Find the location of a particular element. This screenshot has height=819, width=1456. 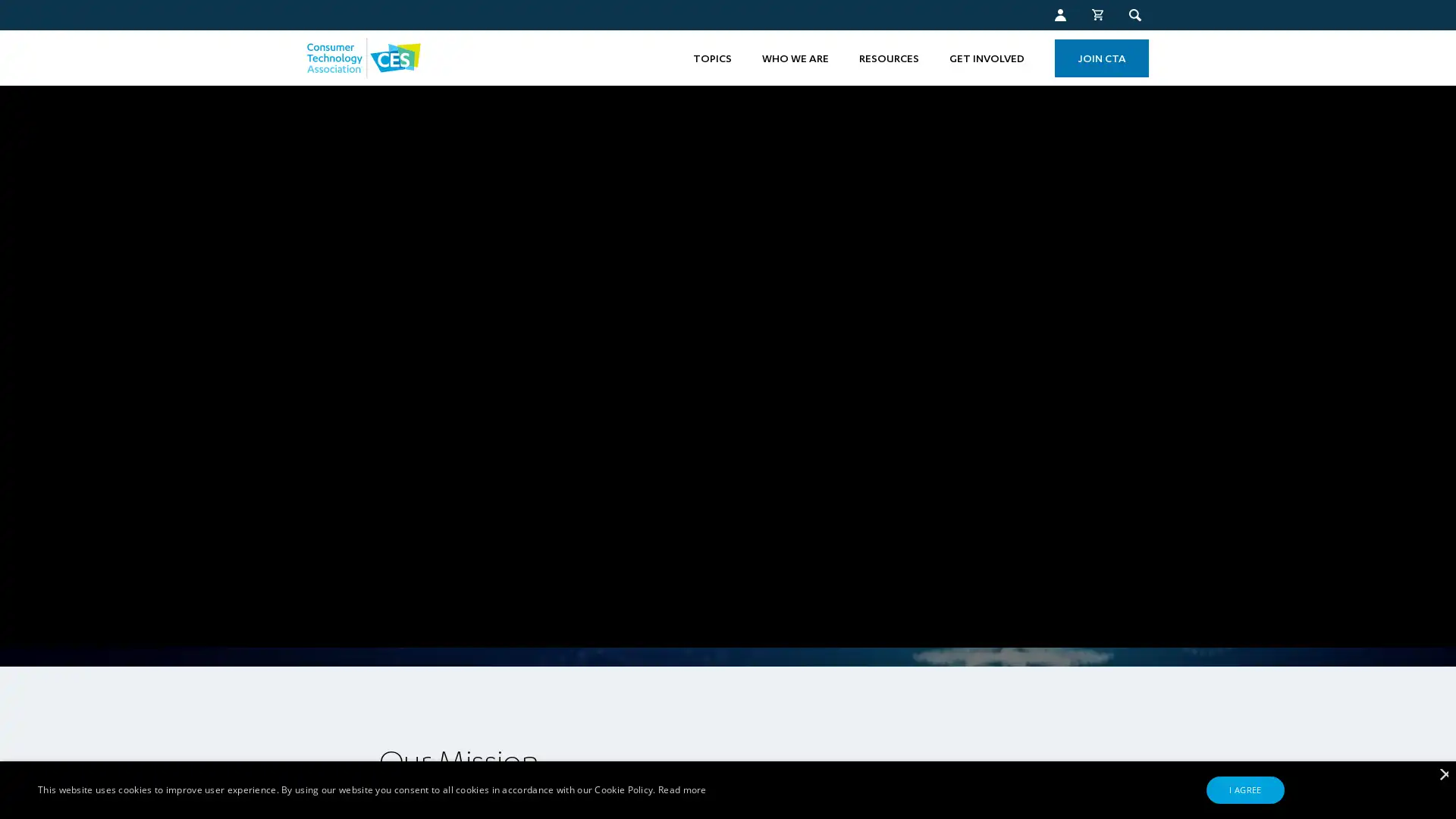

WHO WE ARE is located at coordinates (795, 57).